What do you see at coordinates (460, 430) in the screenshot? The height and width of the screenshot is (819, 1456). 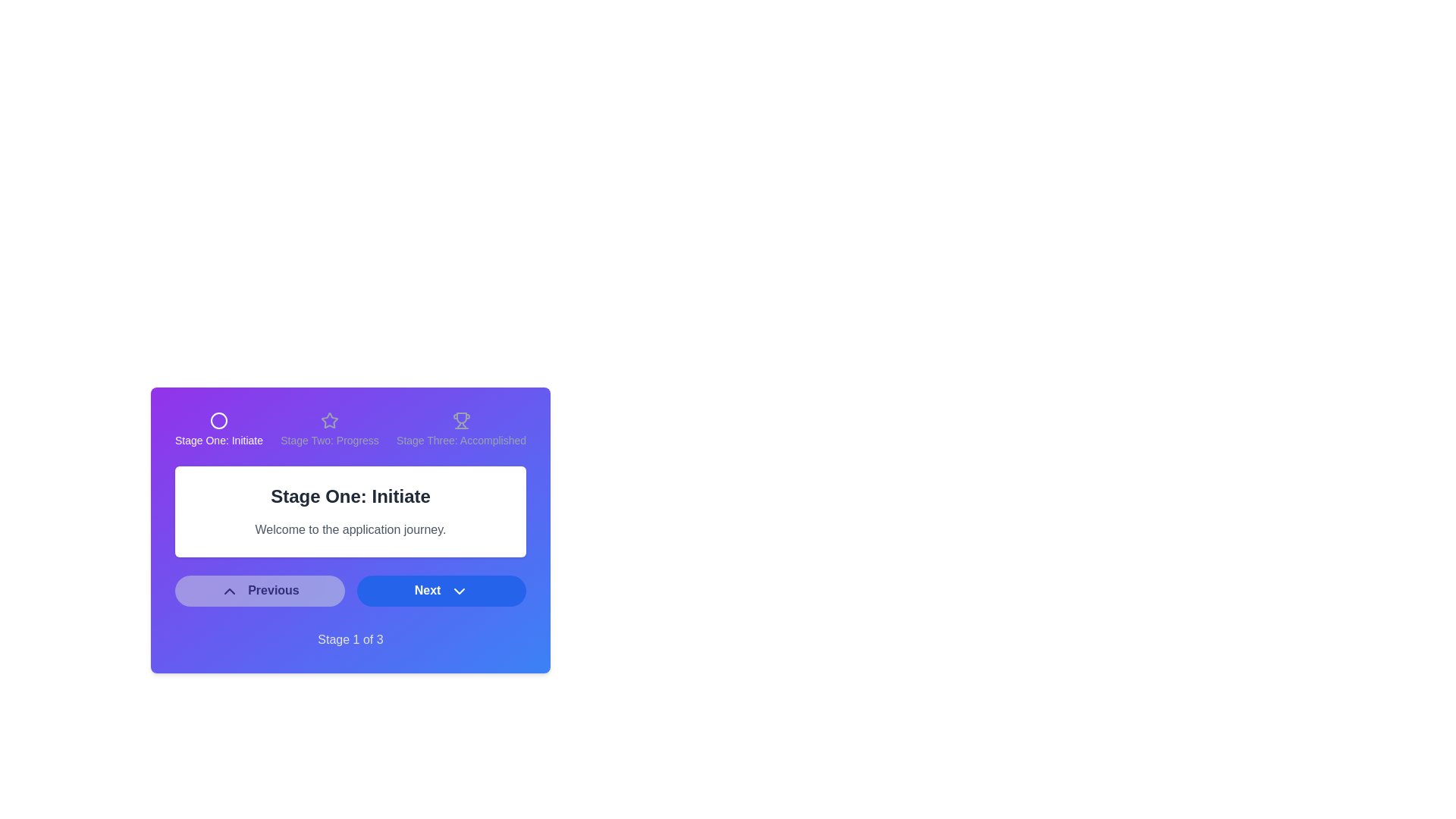 I see `the trophy icon above the text 'Stage Three: Accomplished' in the top-right section of the interface as an indicator` at bounding box center [460, 430].